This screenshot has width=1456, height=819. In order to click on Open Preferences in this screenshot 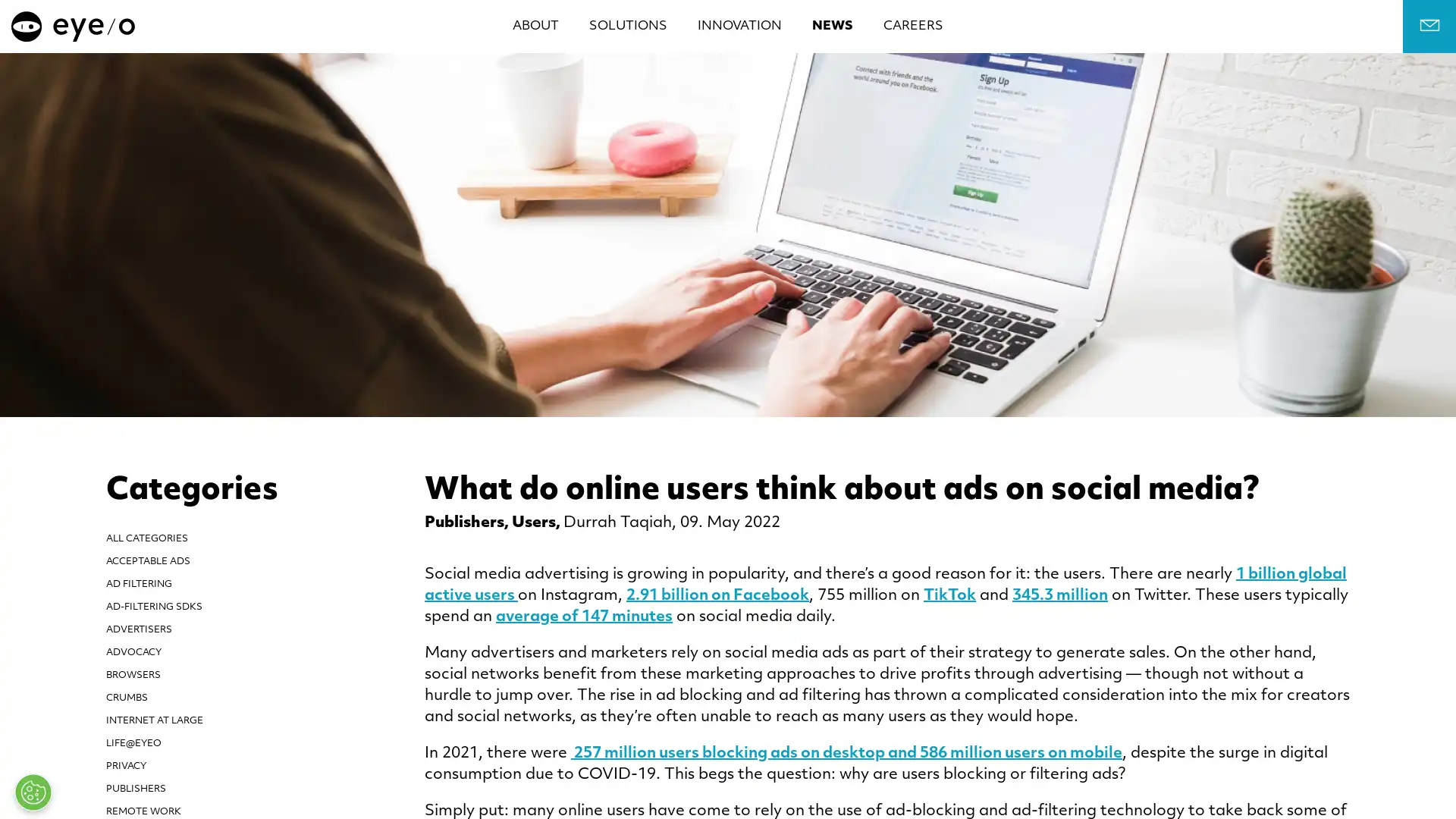, I will do `click(33, 792)`.